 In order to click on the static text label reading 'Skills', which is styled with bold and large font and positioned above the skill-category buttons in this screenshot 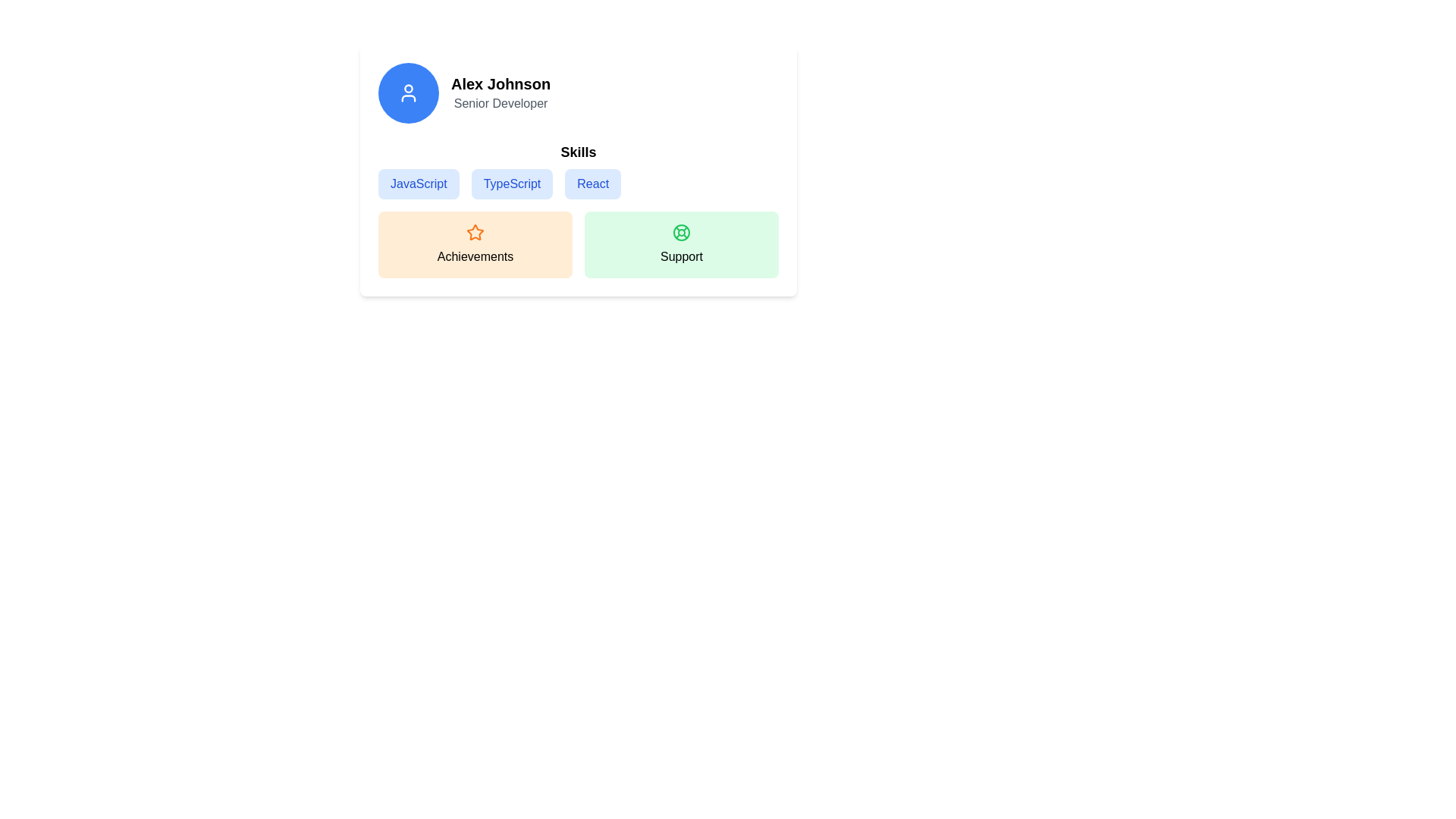, I will do `click(578, 152)`.